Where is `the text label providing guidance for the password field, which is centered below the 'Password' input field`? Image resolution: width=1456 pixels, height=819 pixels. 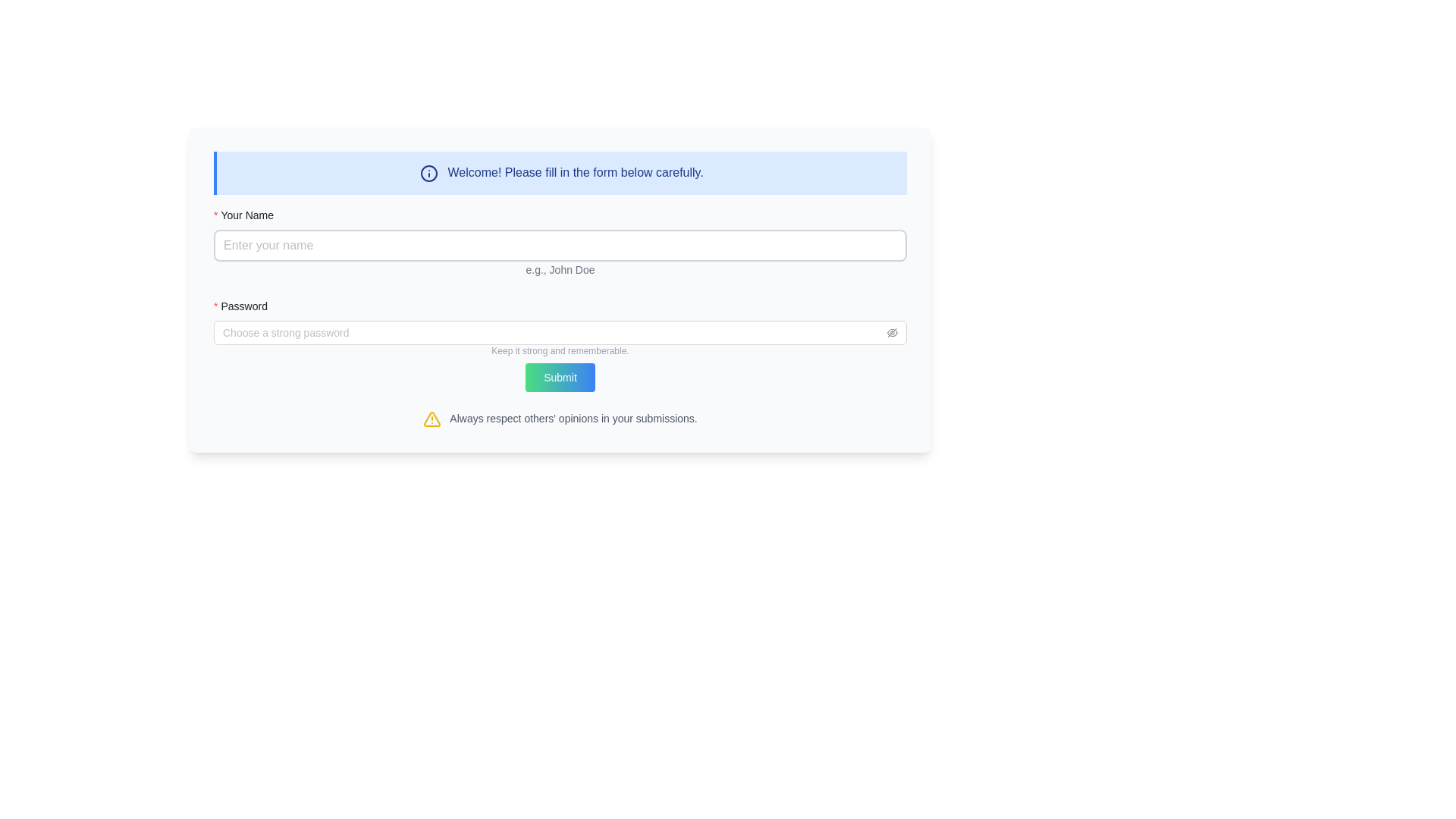
the text label providing guidance for the password field, which is centered below the 'Password' input field is located at coordinates (560, 353).